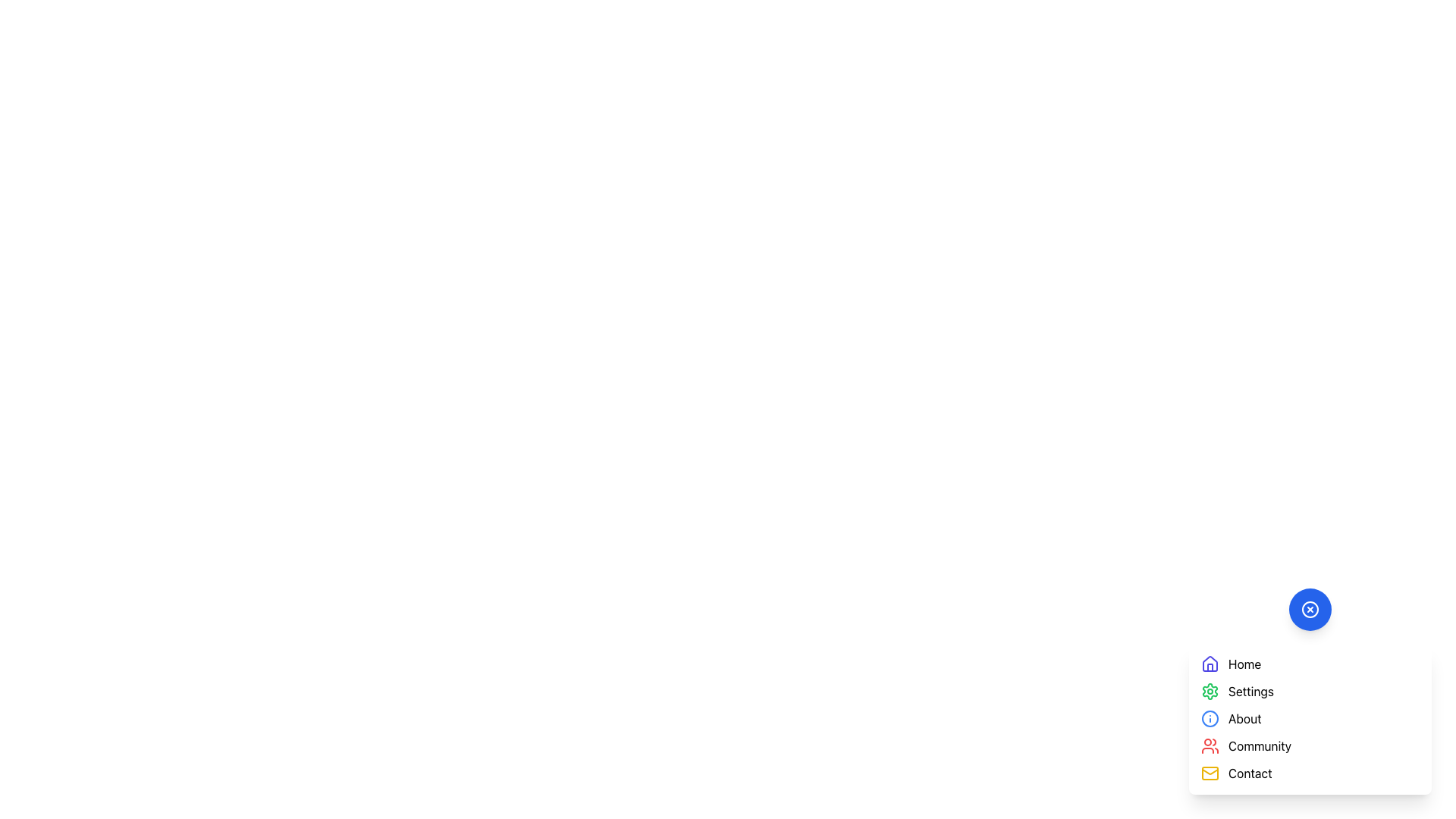 The height and width of the screenshot is (819, 1456). I want to click on the 'Contact' label, which is styled in a standard sans-serif font with black text color, located to the right of a yellow mail icon in a dropdown menu, so click(1250, 773).